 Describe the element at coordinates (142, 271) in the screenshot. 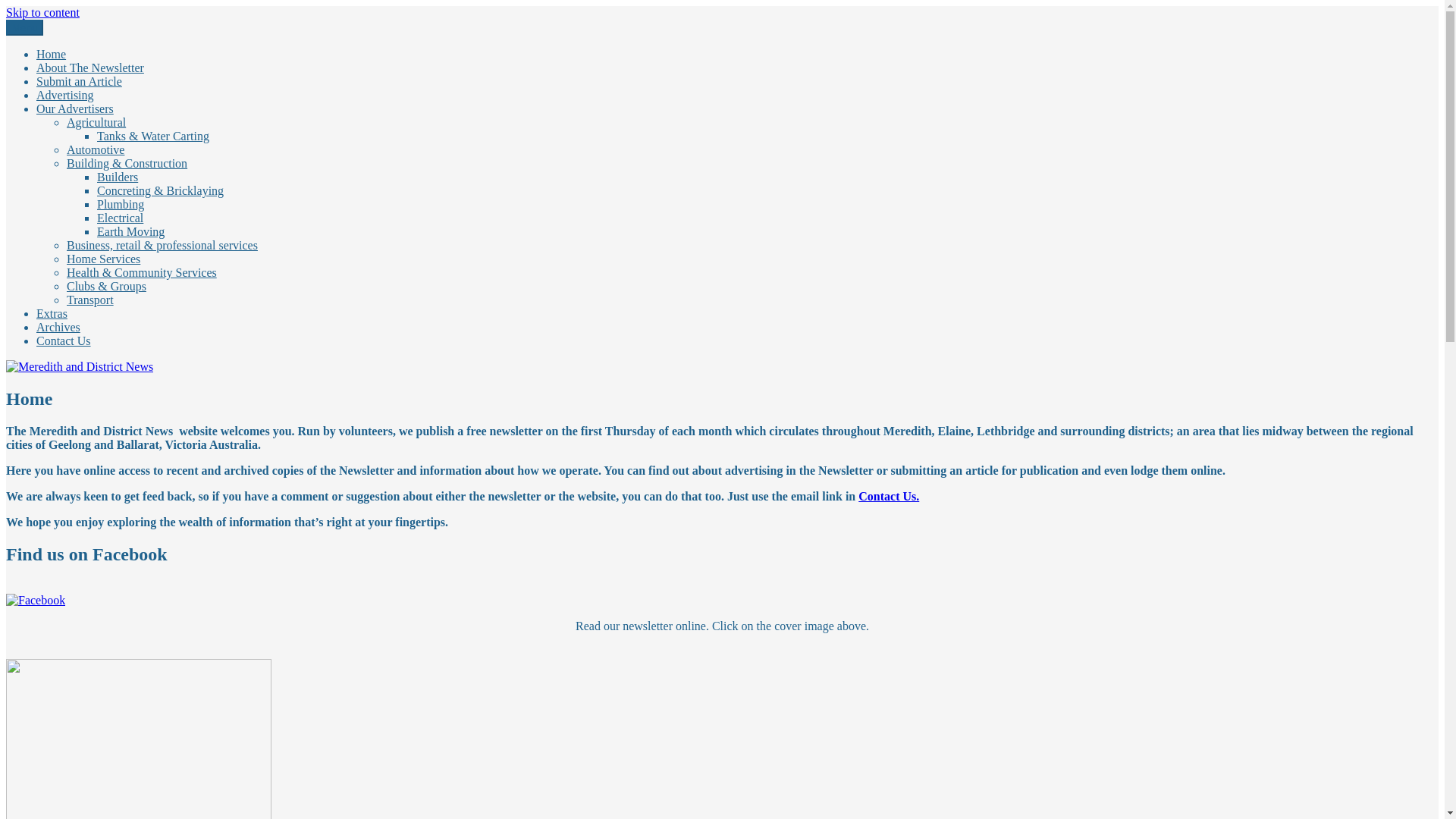

I see `'Health & Community Services'` at that location.